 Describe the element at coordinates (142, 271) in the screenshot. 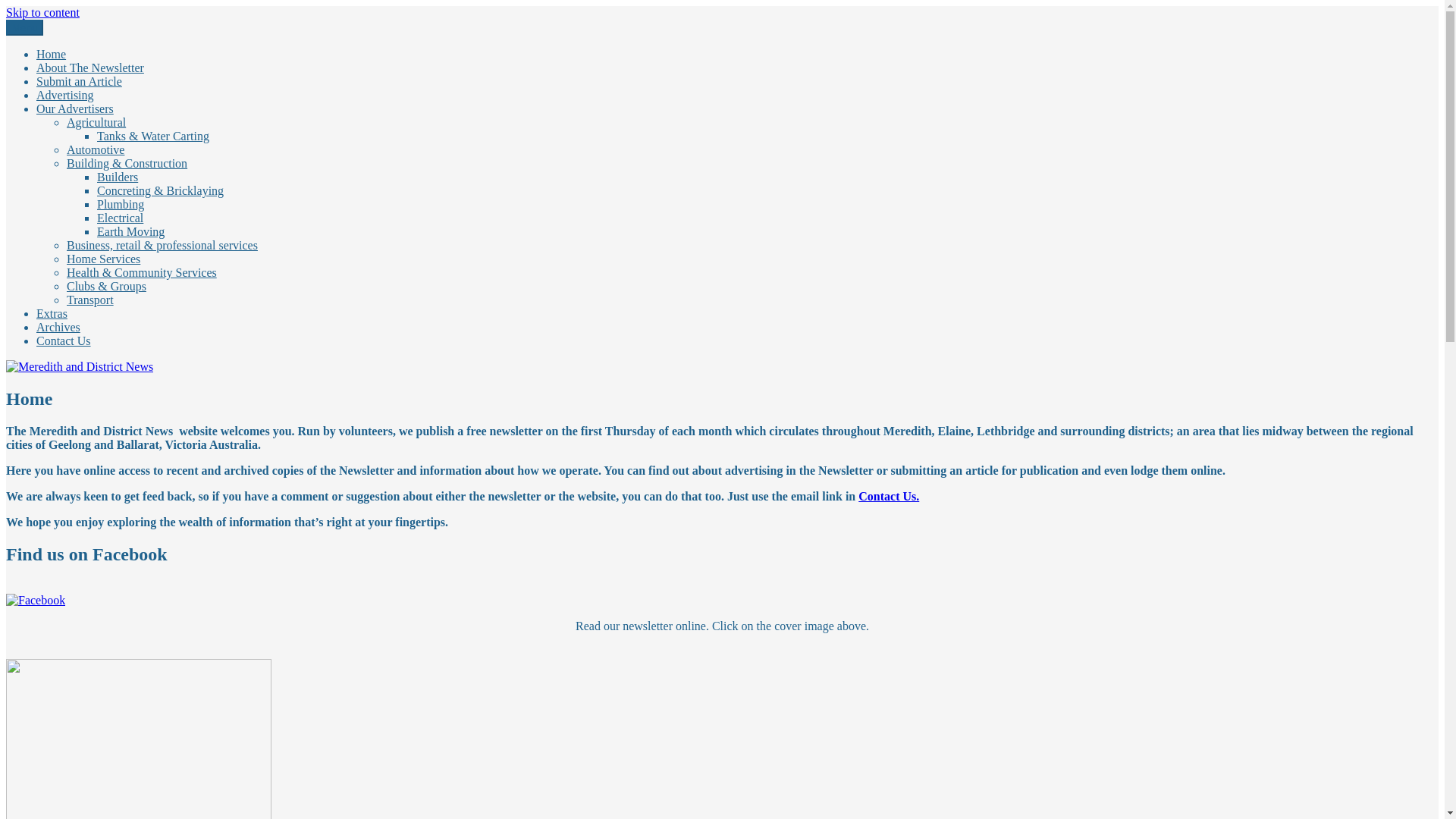

I see `'Health & Community Services'` at that location.